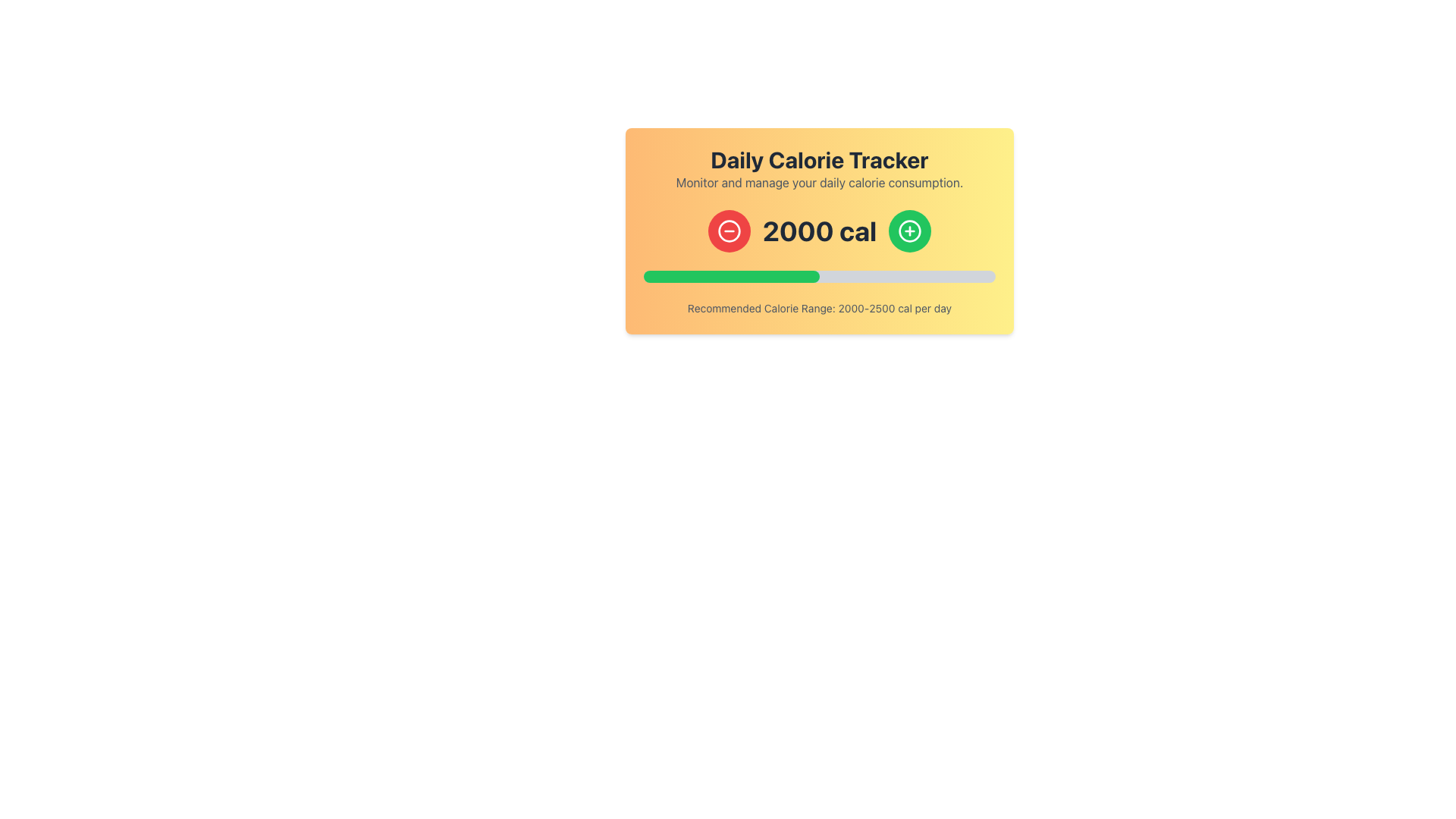 The width and height of the screenshot is (1456, 819). I want to click on the text display that provides key information regarding calorie tracking, located centrally beneath the heading 'Daily Calorie Tracker', so click(818, 262).